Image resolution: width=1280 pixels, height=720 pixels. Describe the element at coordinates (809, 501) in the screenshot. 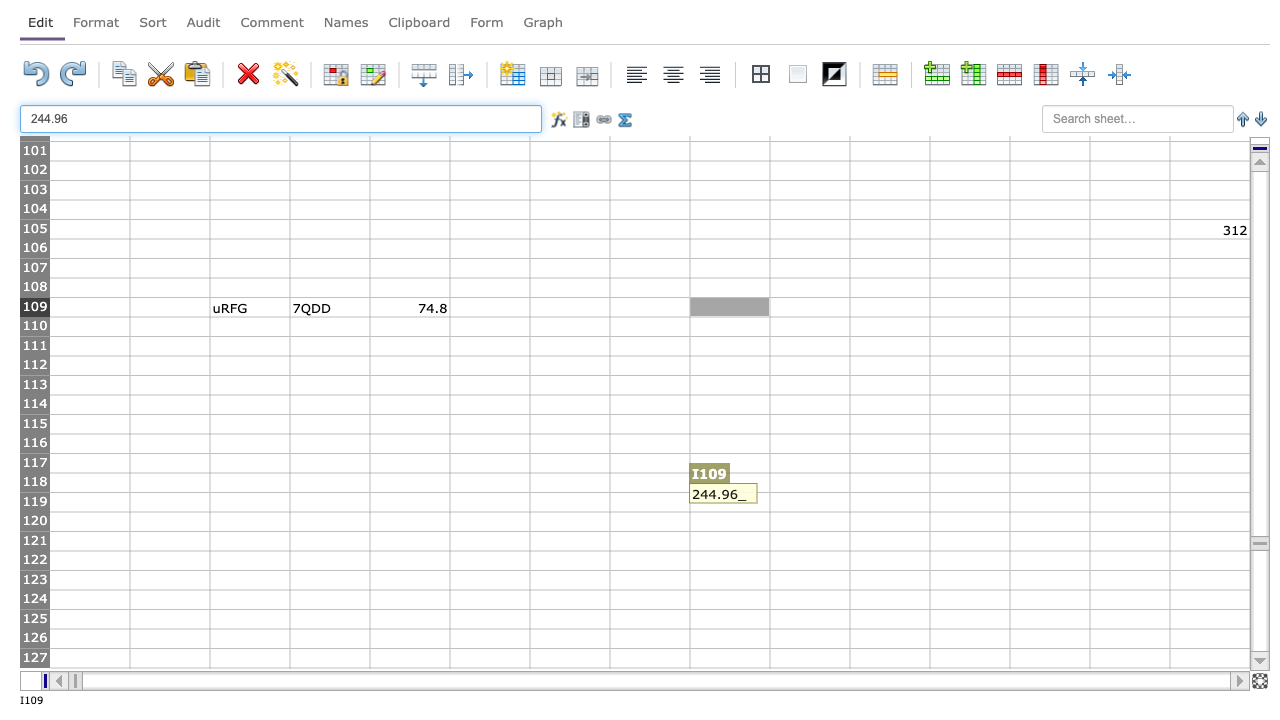

I see `J119` at that location.